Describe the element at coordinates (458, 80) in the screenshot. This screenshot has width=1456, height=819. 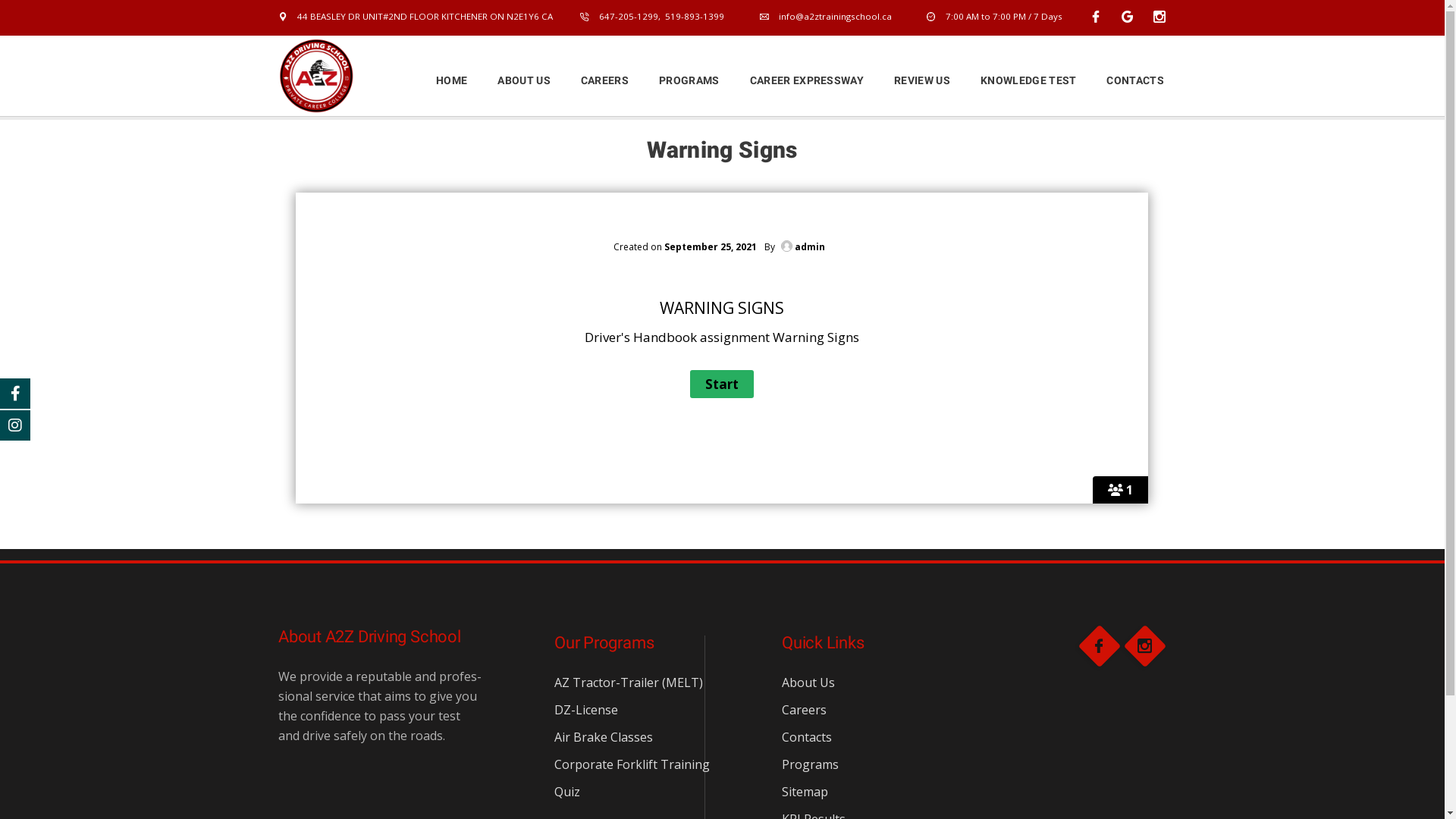
I see `'HOME'` at that location.